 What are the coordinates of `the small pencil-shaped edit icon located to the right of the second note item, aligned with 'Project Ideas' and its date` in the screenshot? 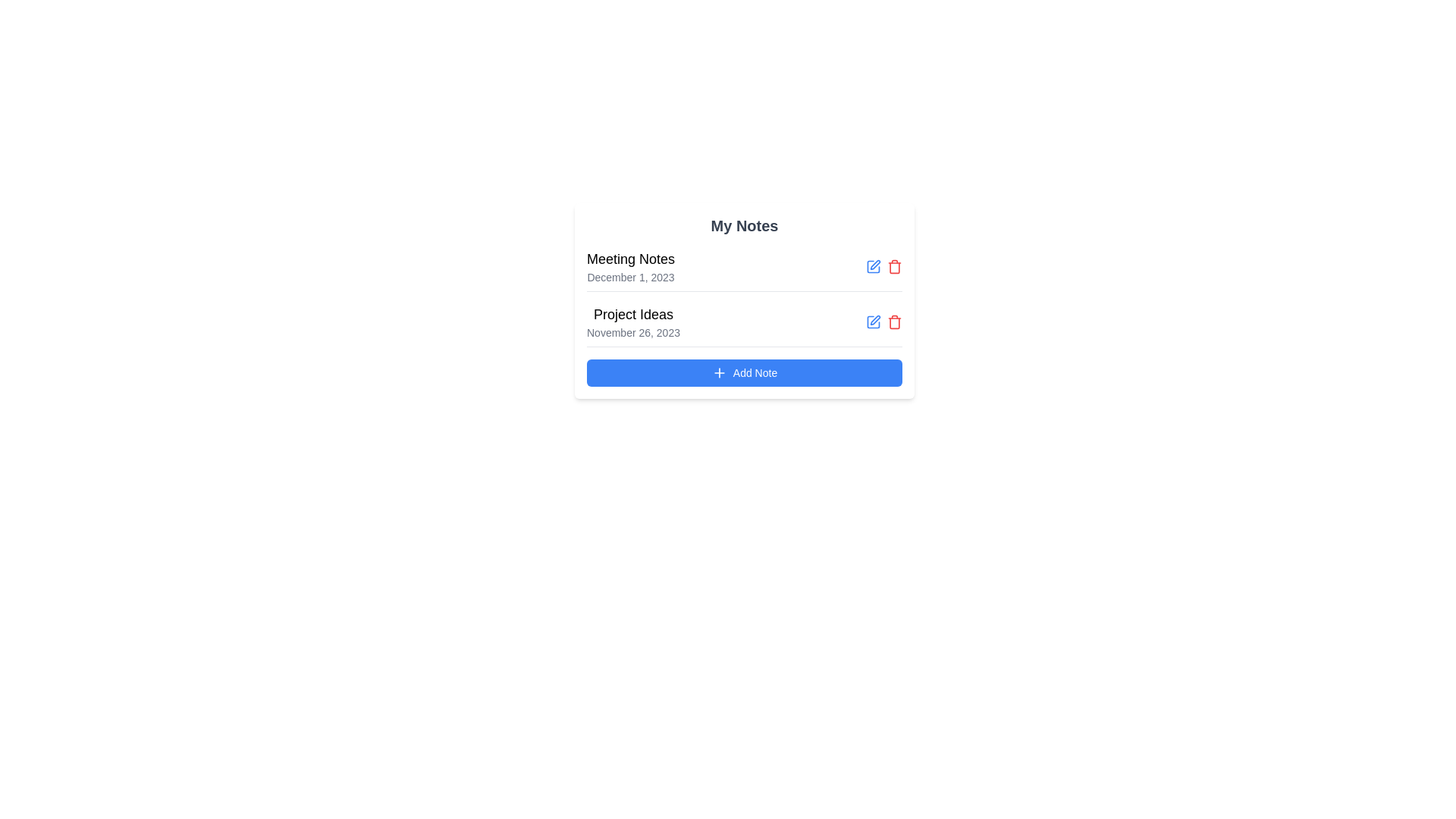 It's located at (875, 319).